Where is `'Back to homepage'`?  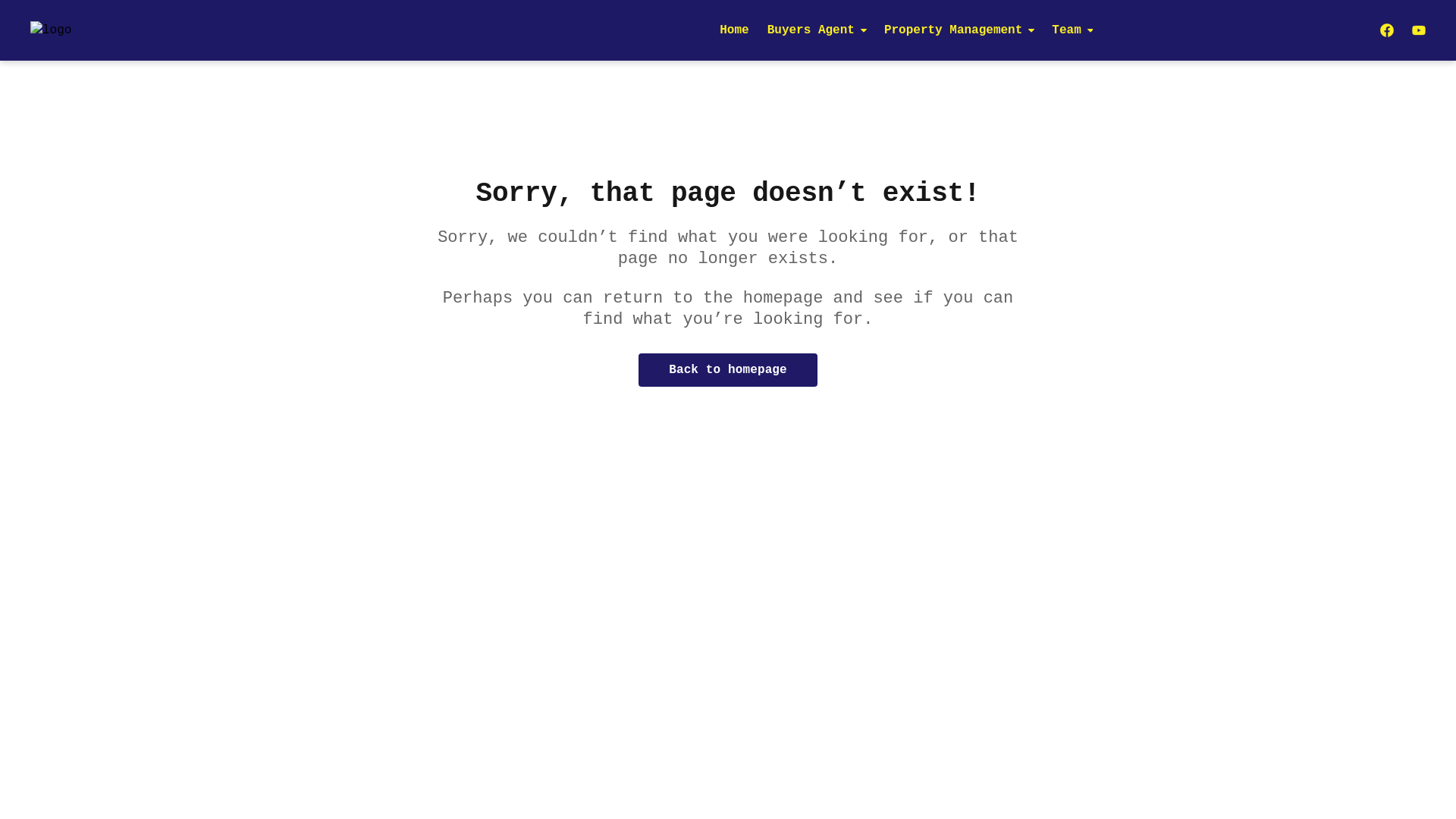
'Back to homepage' is located at coordinates (638, 370).